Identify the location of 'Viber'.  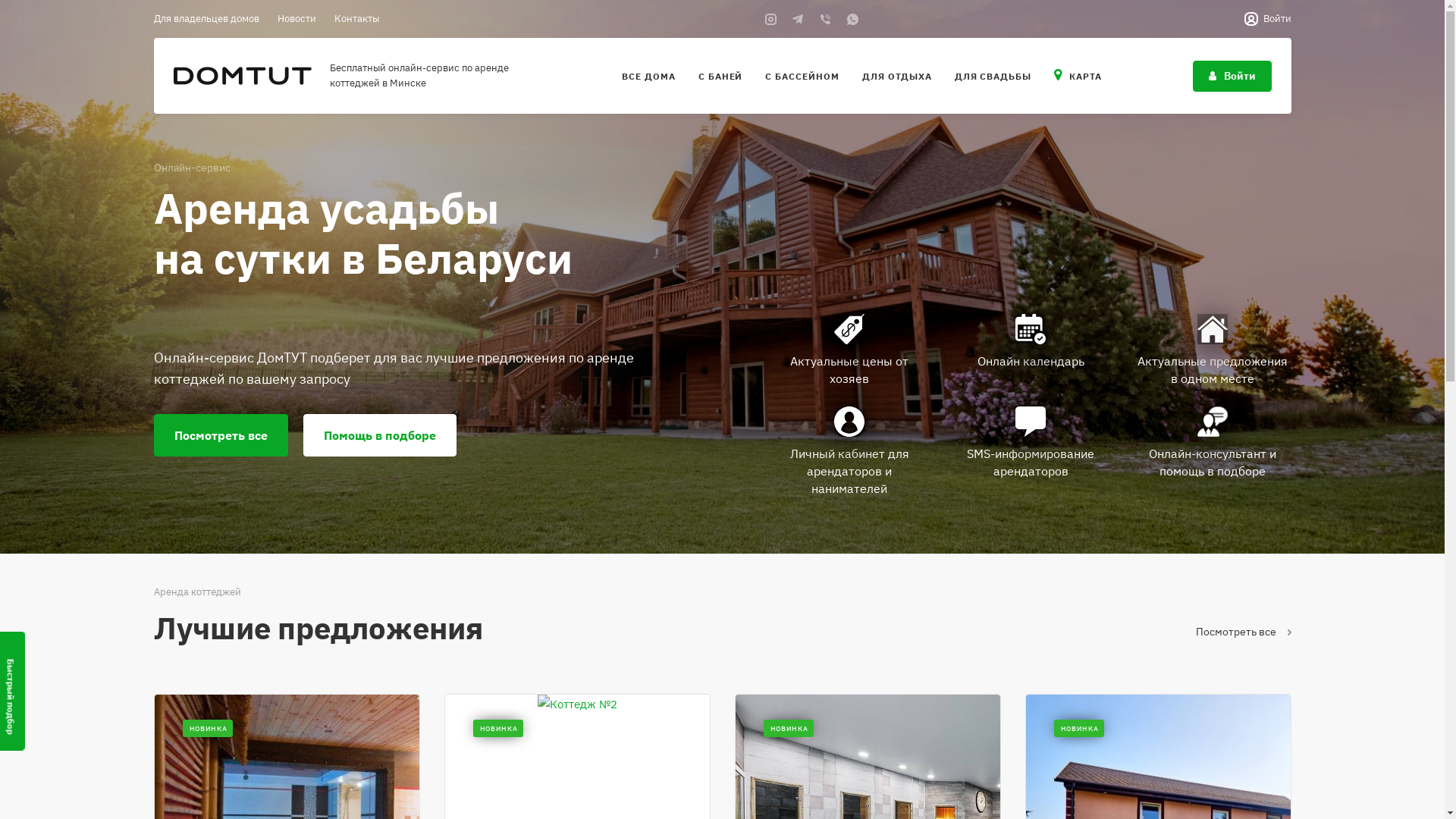
(824, 18).